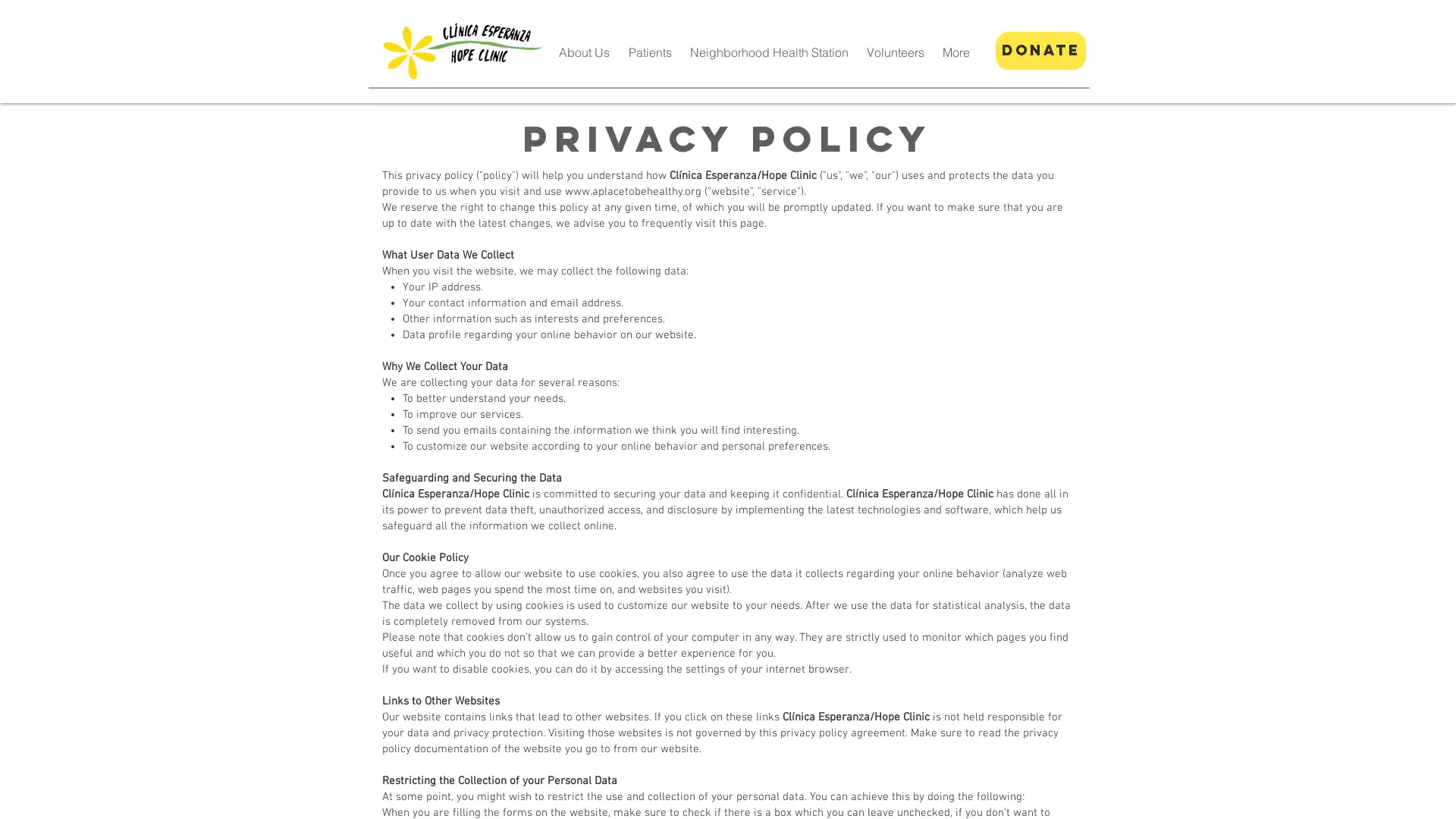 This screenshot has height=819, width=1456. I want to click on Accept, so click(1388, 794).